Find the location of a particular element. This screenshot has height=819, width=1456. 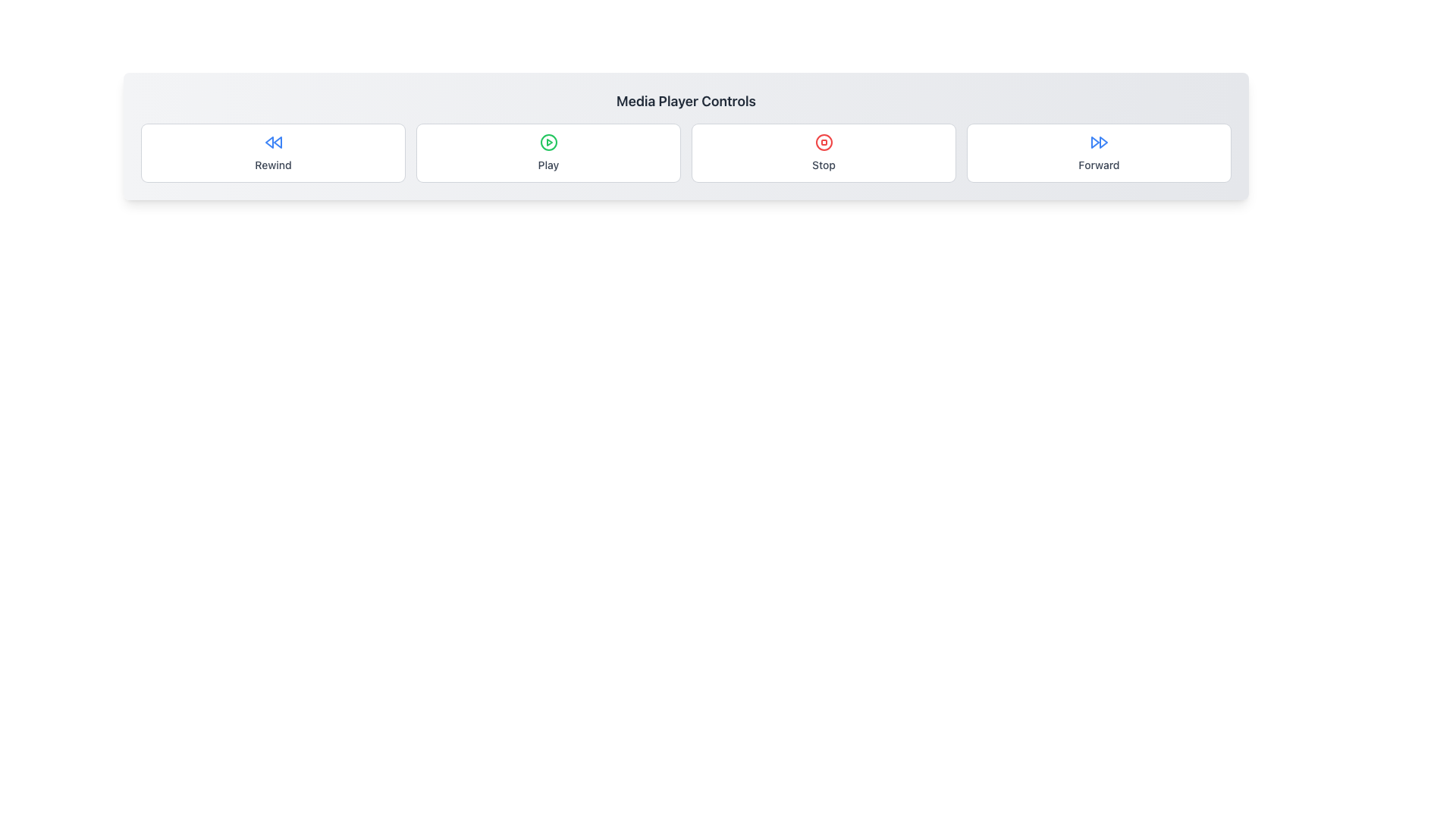

the Text label located below the 'Play' button icon in the media control panel, which clarifies the function of the adjacent interactive element is located at coordinates (548, 165).